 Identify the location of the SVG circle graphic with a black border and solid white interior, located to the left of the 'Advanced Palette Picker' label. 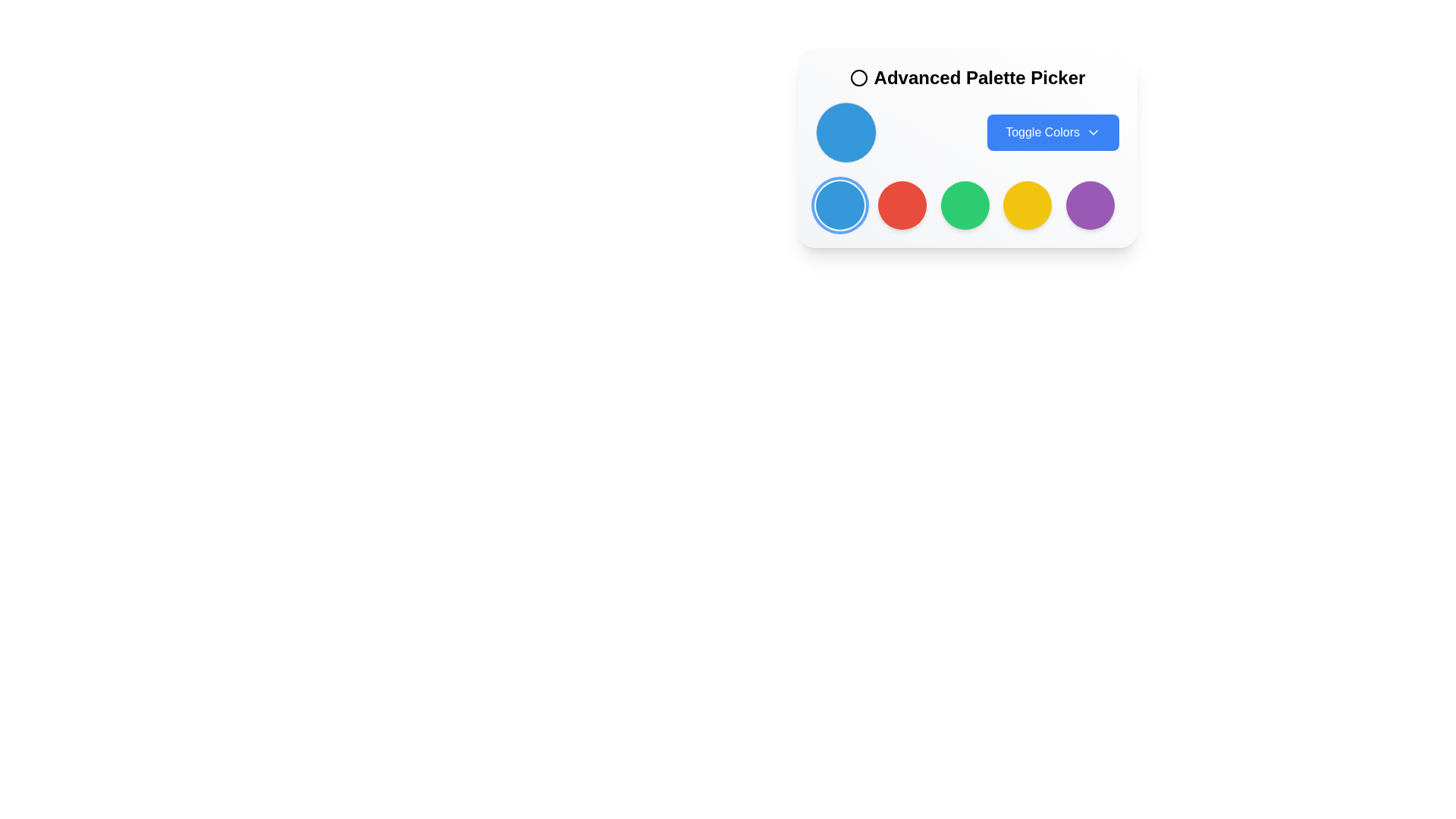
(858, 78).